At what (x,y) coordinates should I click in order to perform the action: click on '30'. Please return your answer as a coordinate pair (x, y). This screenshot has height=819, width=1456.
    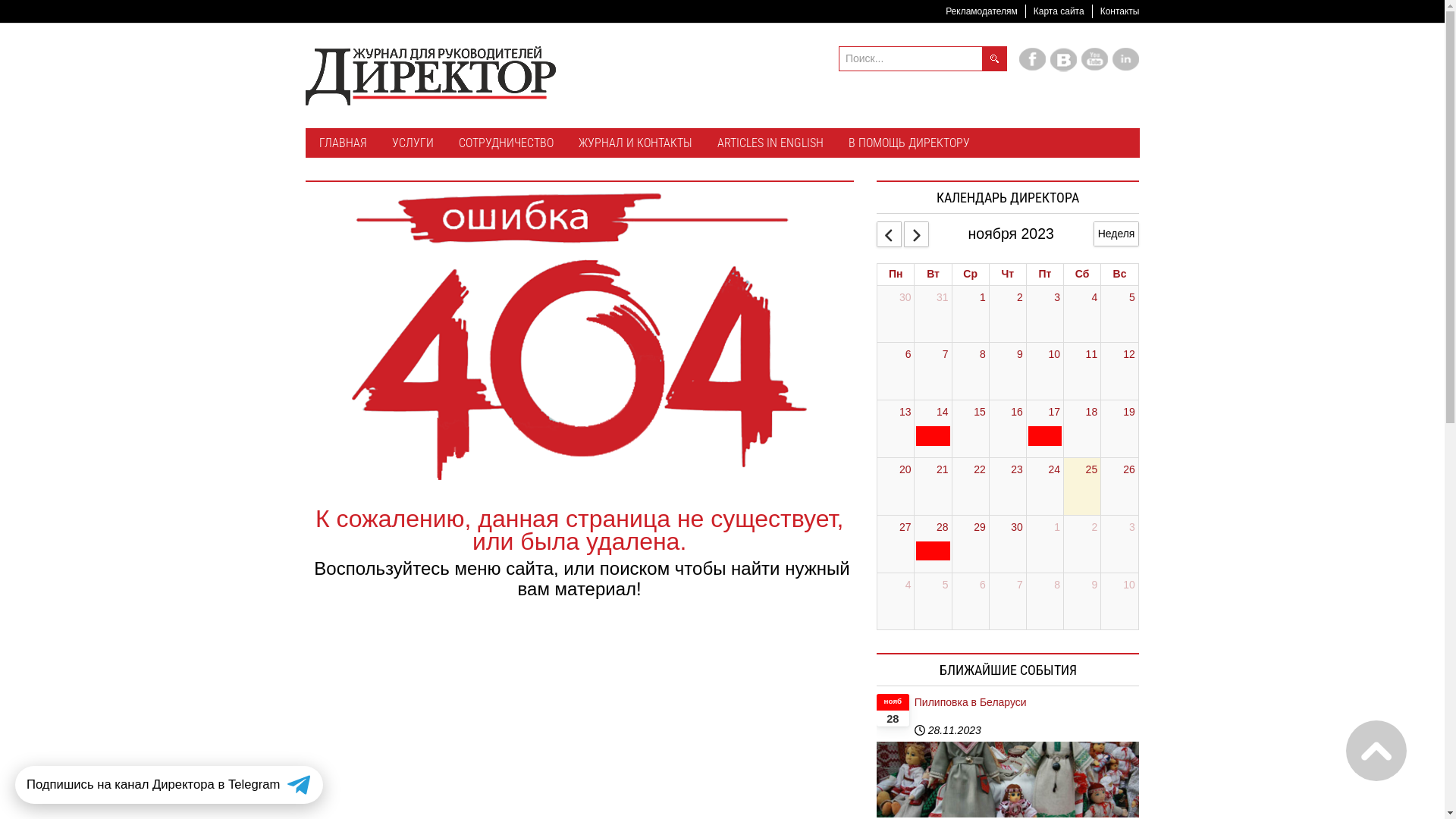
    Looking at the image, I should click on (1008, 526).